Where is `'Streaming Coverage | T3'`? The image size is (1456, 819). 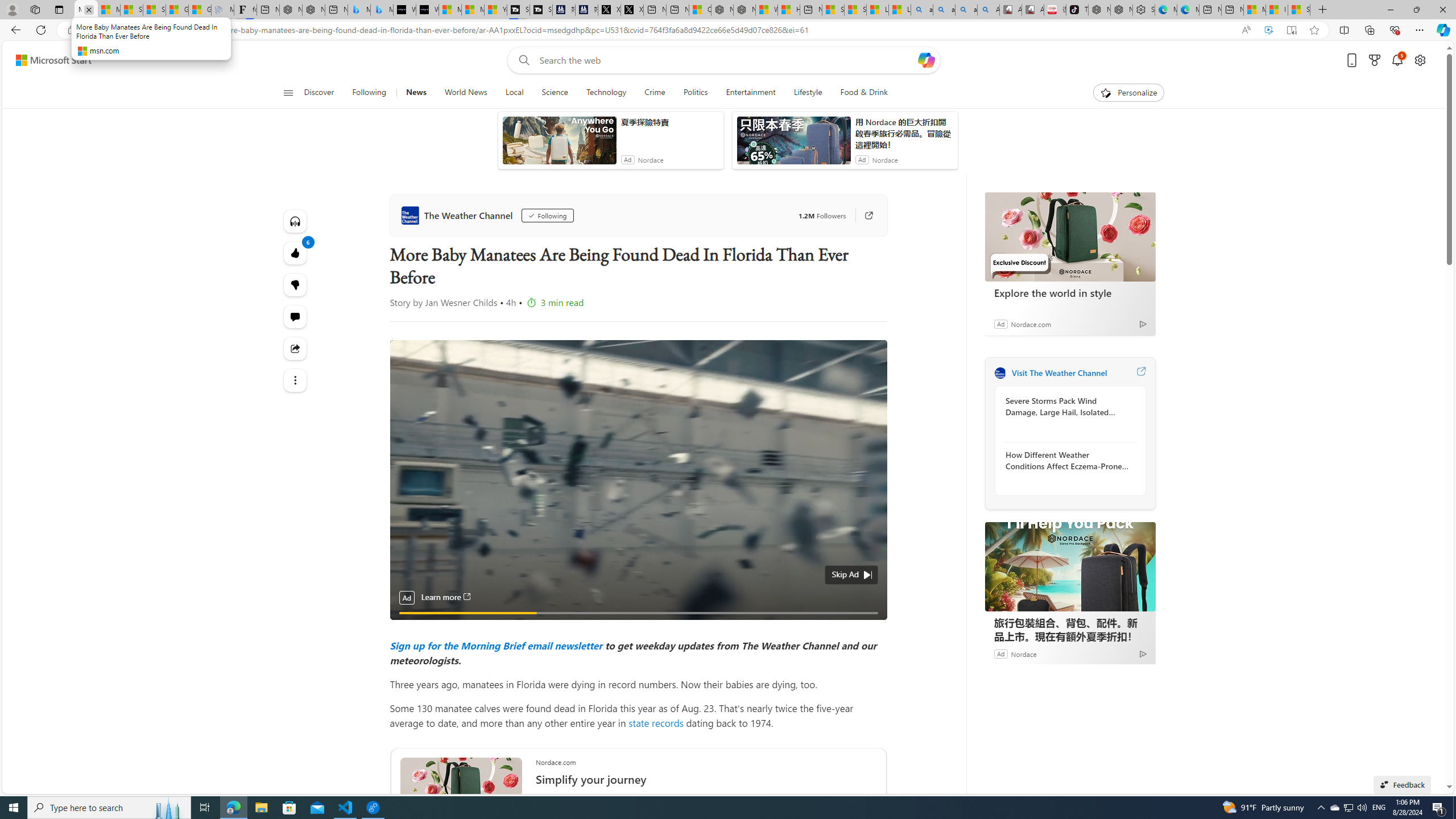
'Streaming Coverage | T3' is located at coordinates (518, 9).